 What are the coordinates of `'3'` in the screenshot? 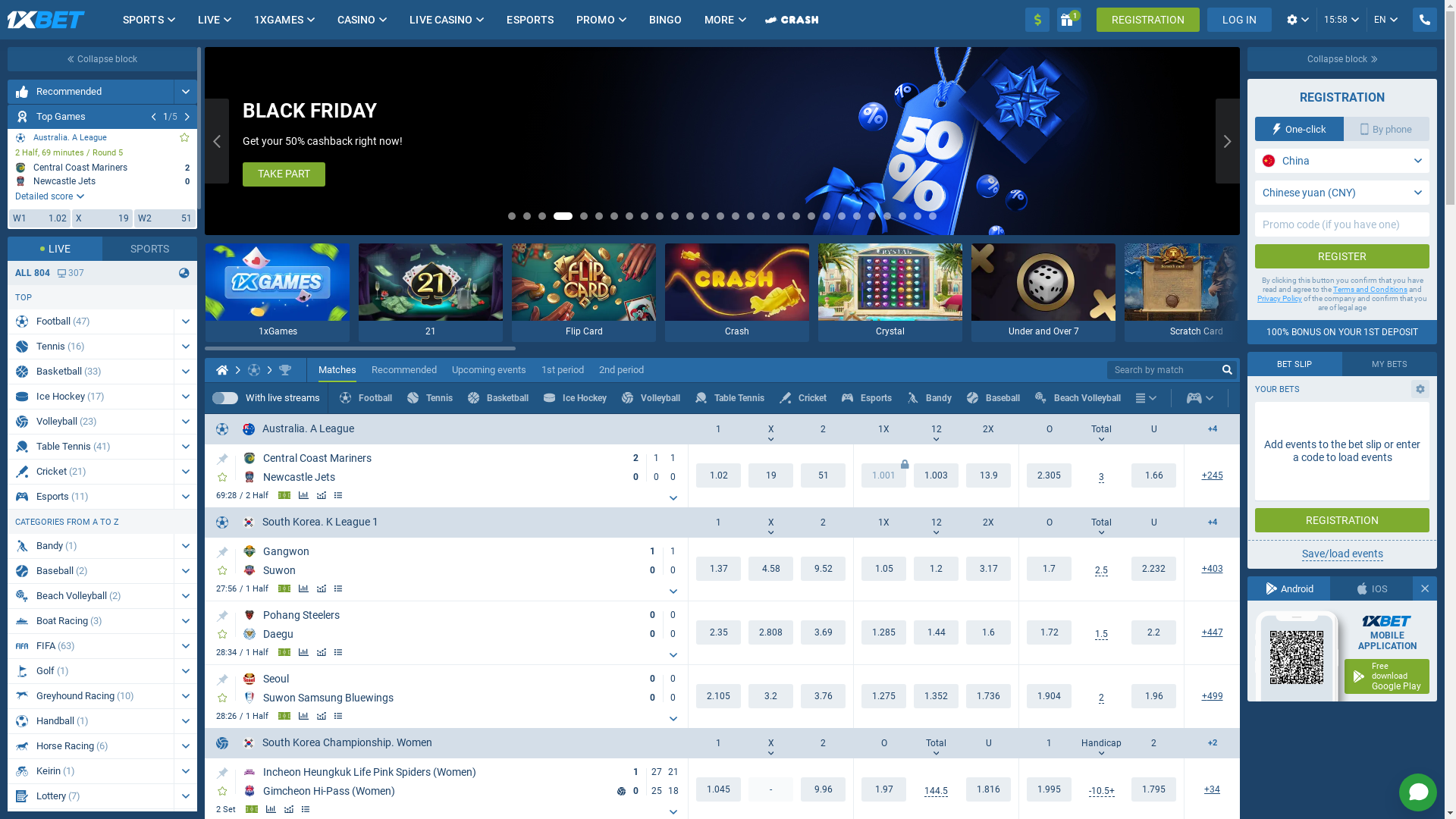 It's located at (1101, 476).